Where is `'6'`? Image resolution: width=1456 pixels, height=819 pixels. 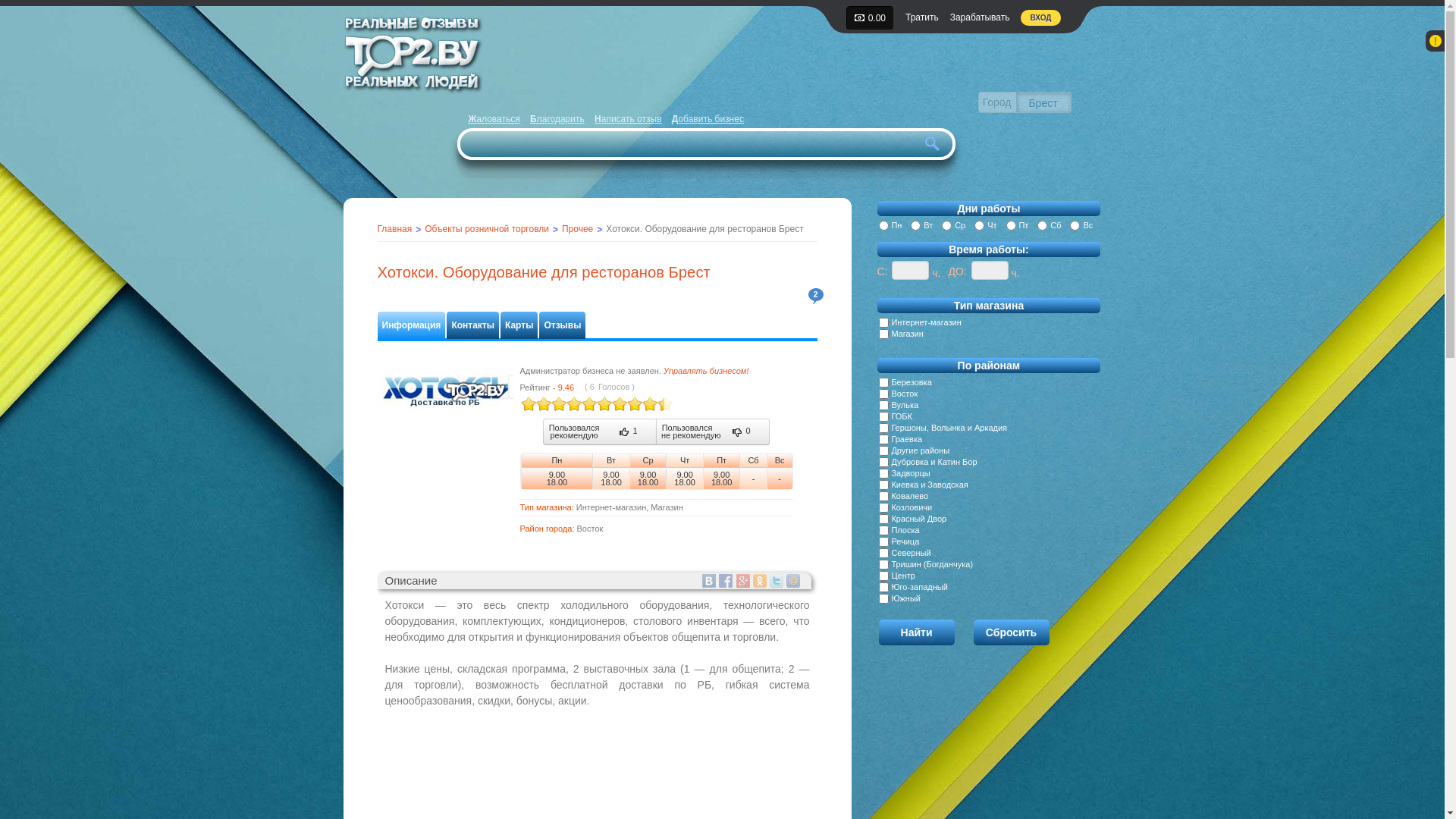 '6' is located at coordinates (564, 403).